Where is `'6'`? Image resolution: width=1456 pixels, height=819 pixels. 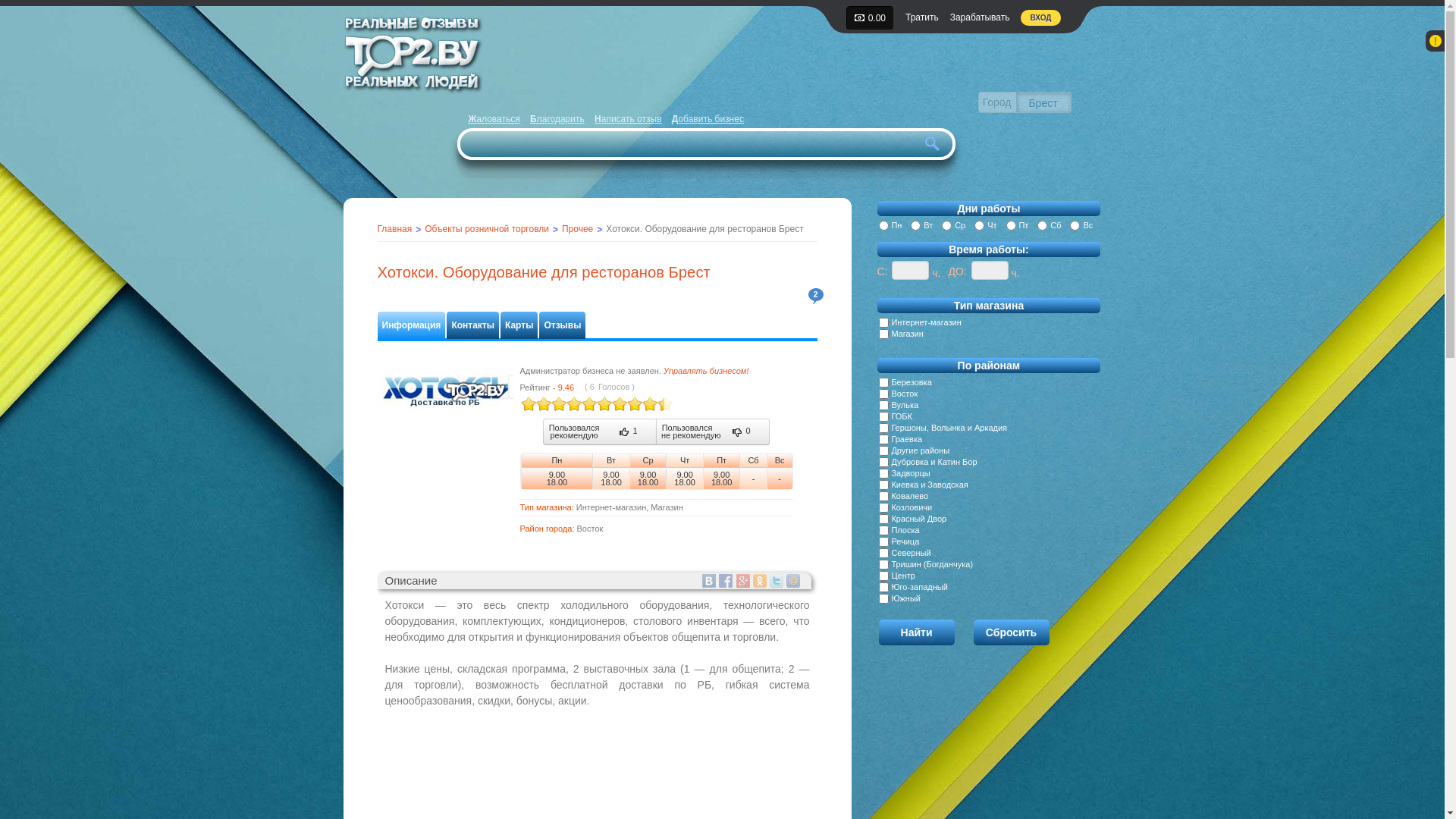 '6' is located at coordinates (564, 403).